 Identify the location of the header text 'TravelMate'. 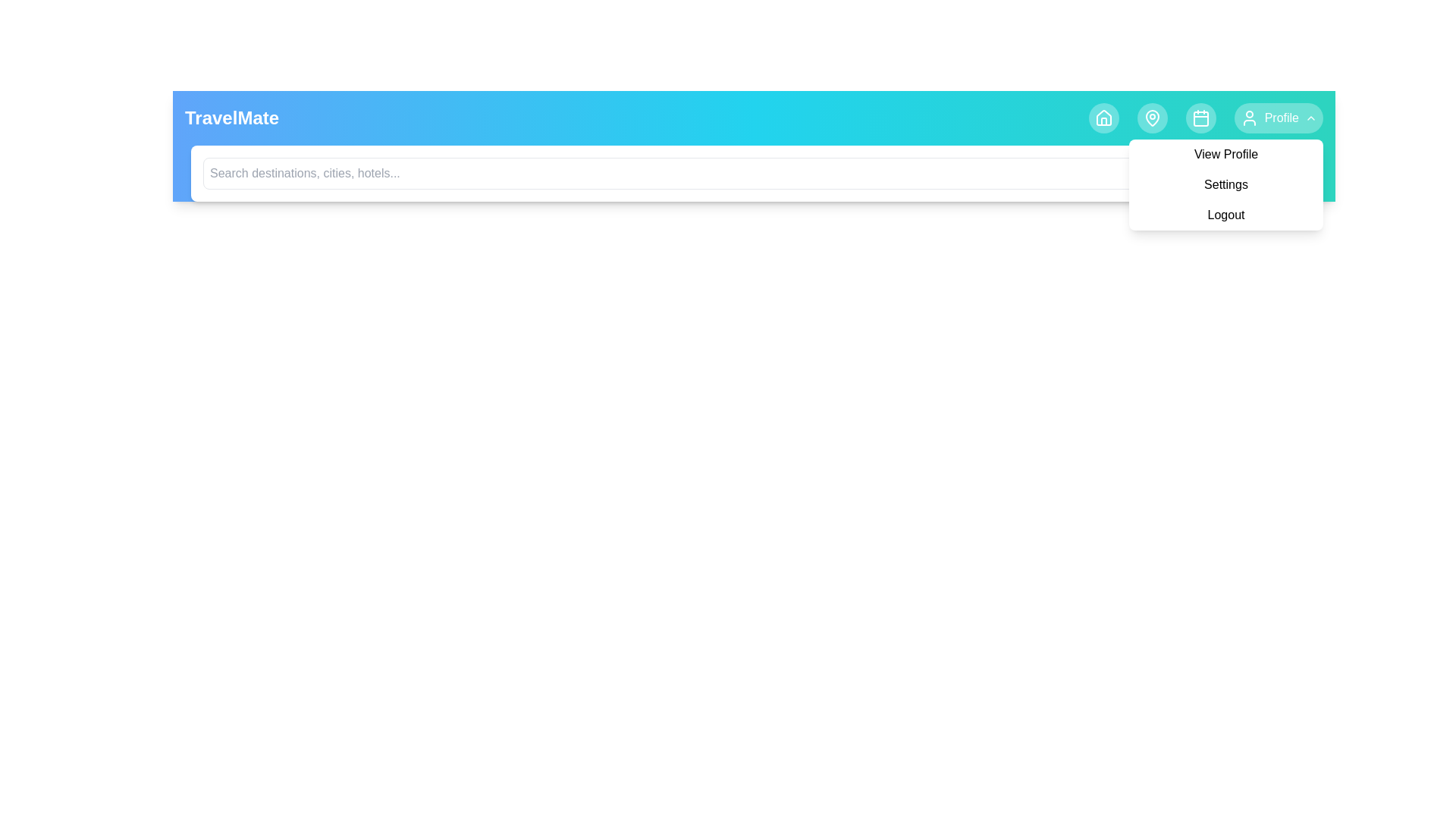
(231, 117).